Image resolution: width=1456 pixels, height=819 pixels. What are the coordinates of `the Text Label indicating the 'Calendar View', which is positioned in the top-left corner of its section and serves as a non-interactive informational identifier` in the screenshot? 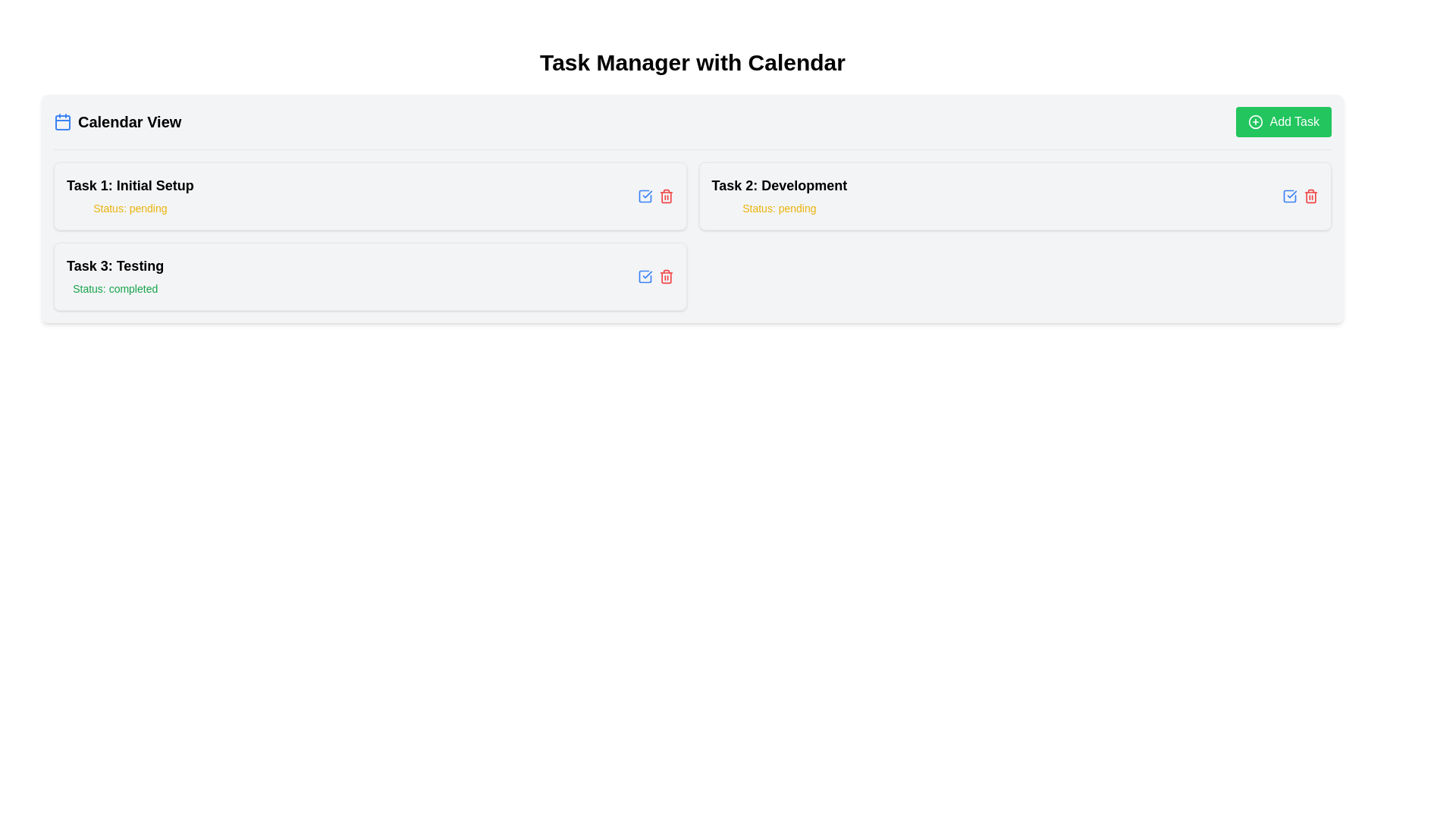 It's located at (117, 121).